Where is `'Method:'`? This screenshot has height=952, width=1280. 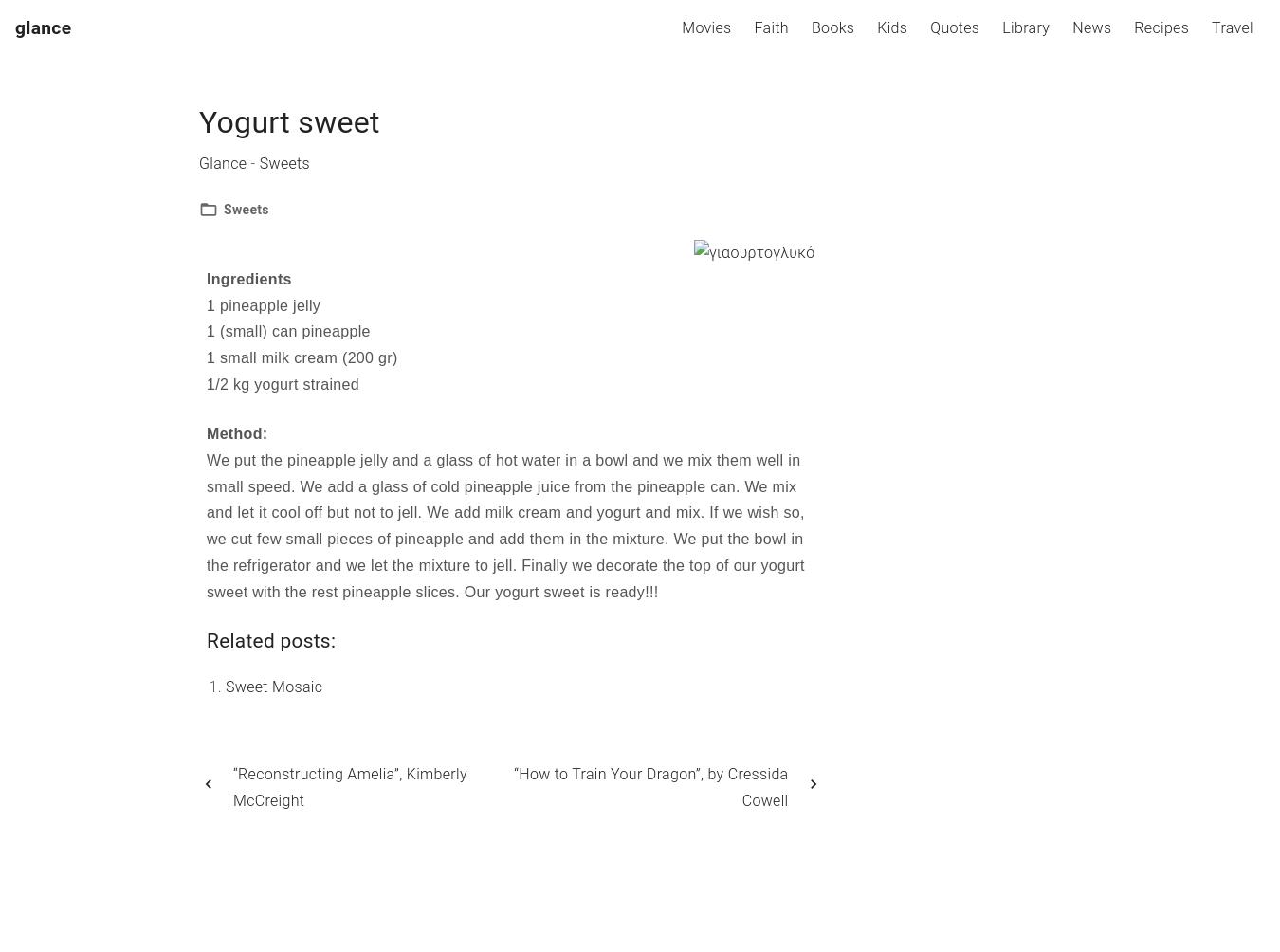 'Method:' is located at coordinates (207, 431).